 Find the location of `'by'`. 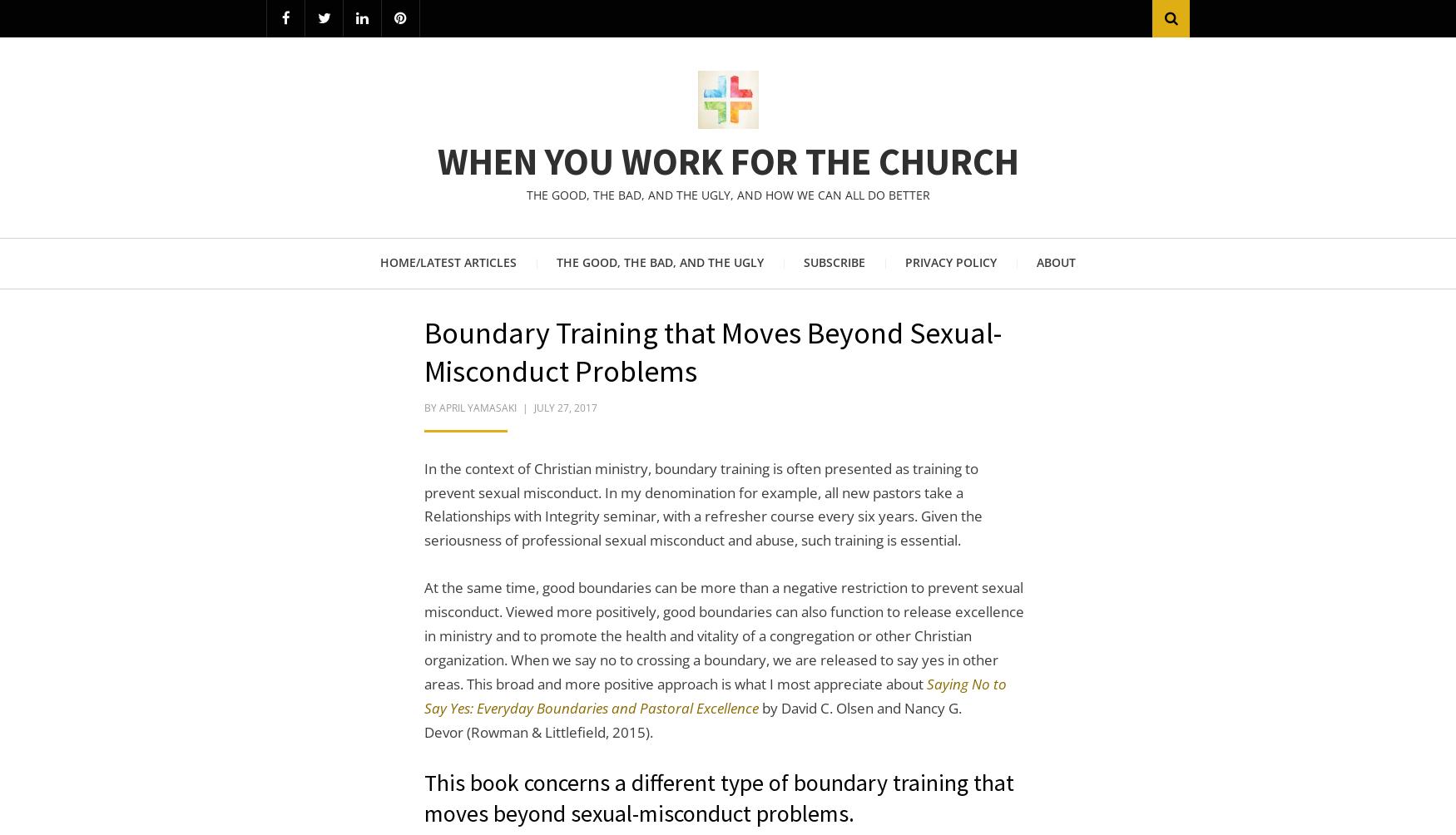

'by' is located at coordinates (431, 407).